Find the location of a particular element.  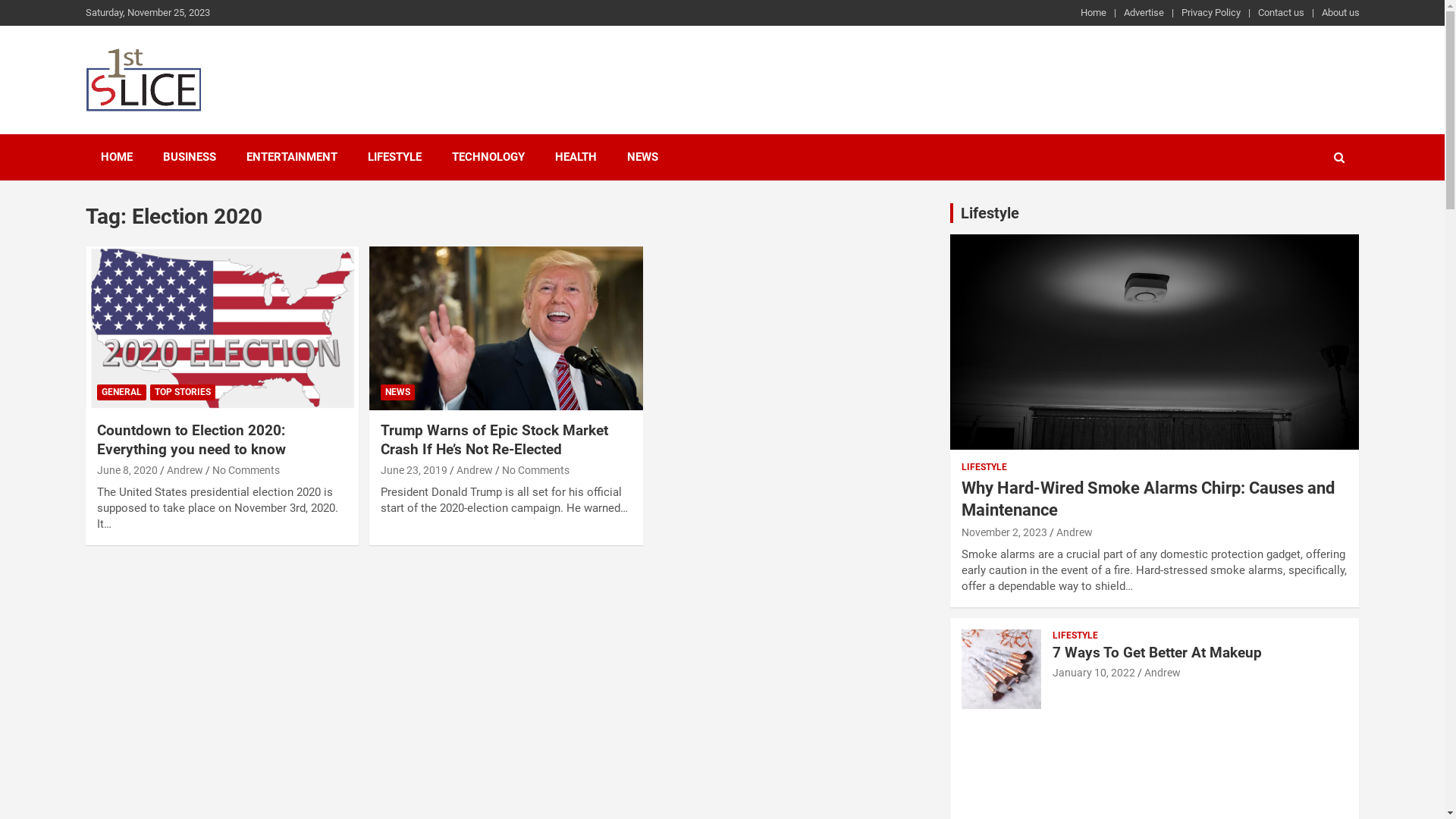

'Countdown to Election 2020: Everything you need to know' is located at coordinates (220, 327).